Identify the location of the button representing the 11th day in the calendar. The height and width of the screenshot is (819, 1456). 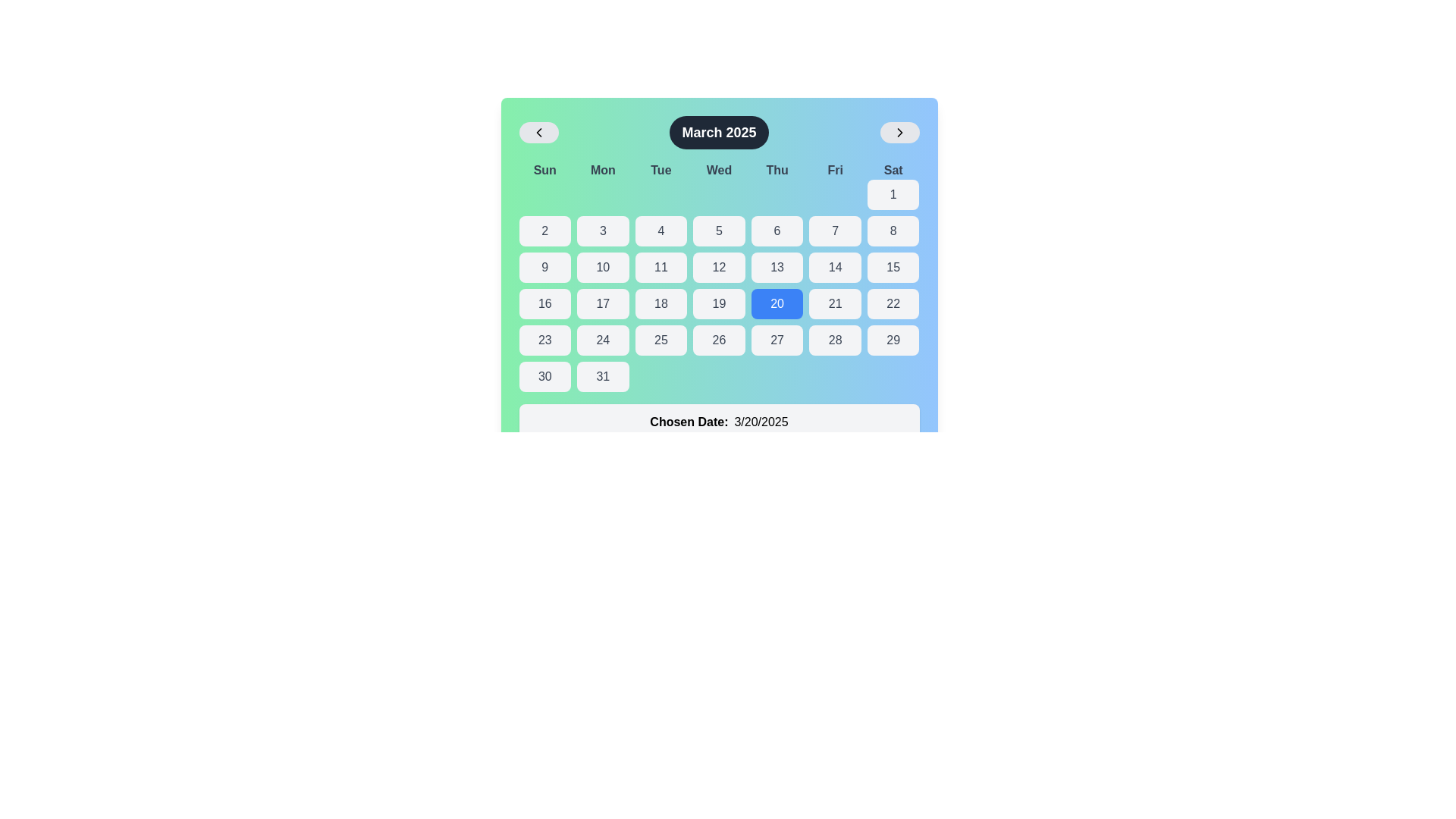
(661, 267).